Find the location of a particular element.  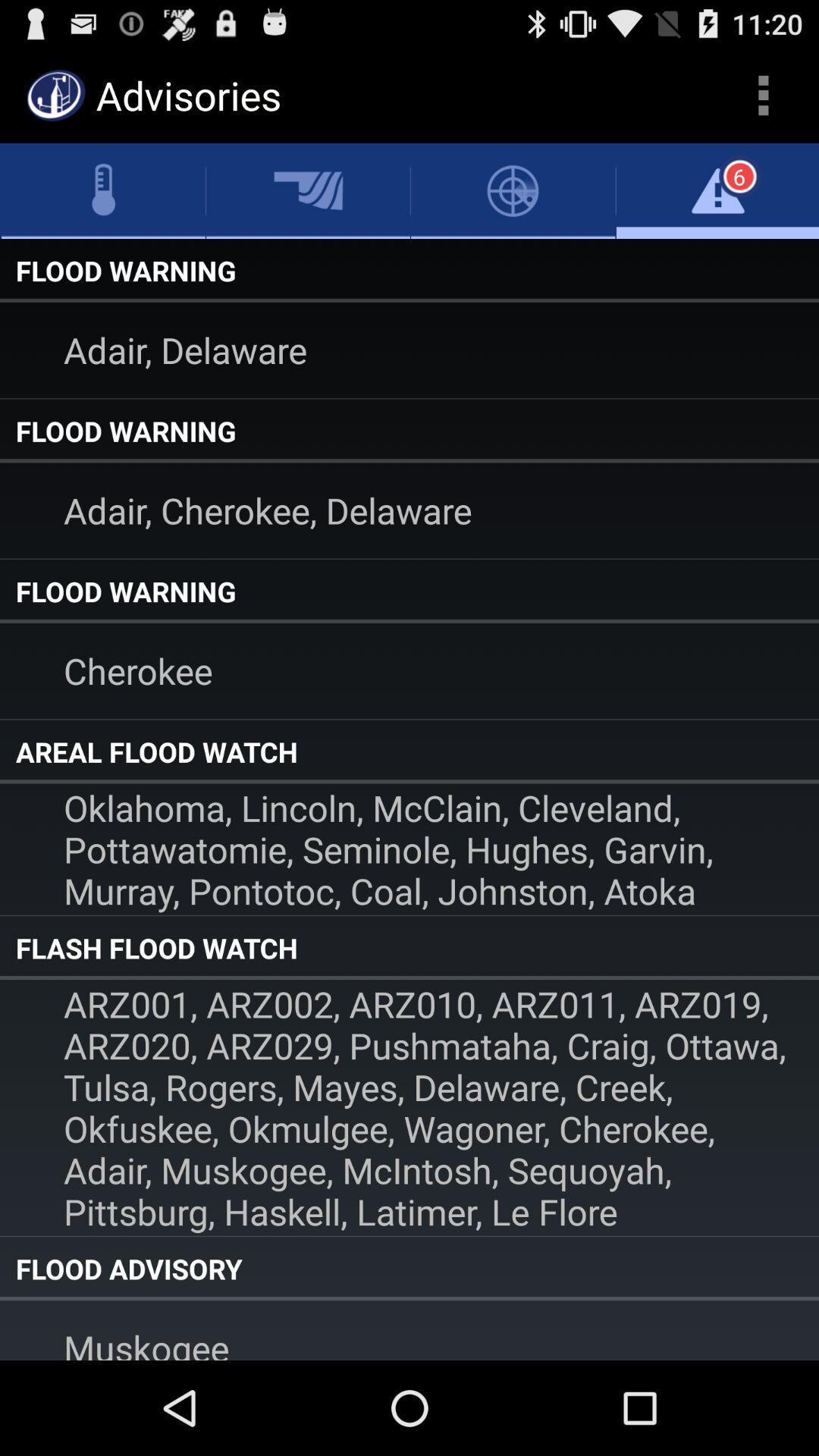

item above flash flood watch is located at coordinates (409, 849).